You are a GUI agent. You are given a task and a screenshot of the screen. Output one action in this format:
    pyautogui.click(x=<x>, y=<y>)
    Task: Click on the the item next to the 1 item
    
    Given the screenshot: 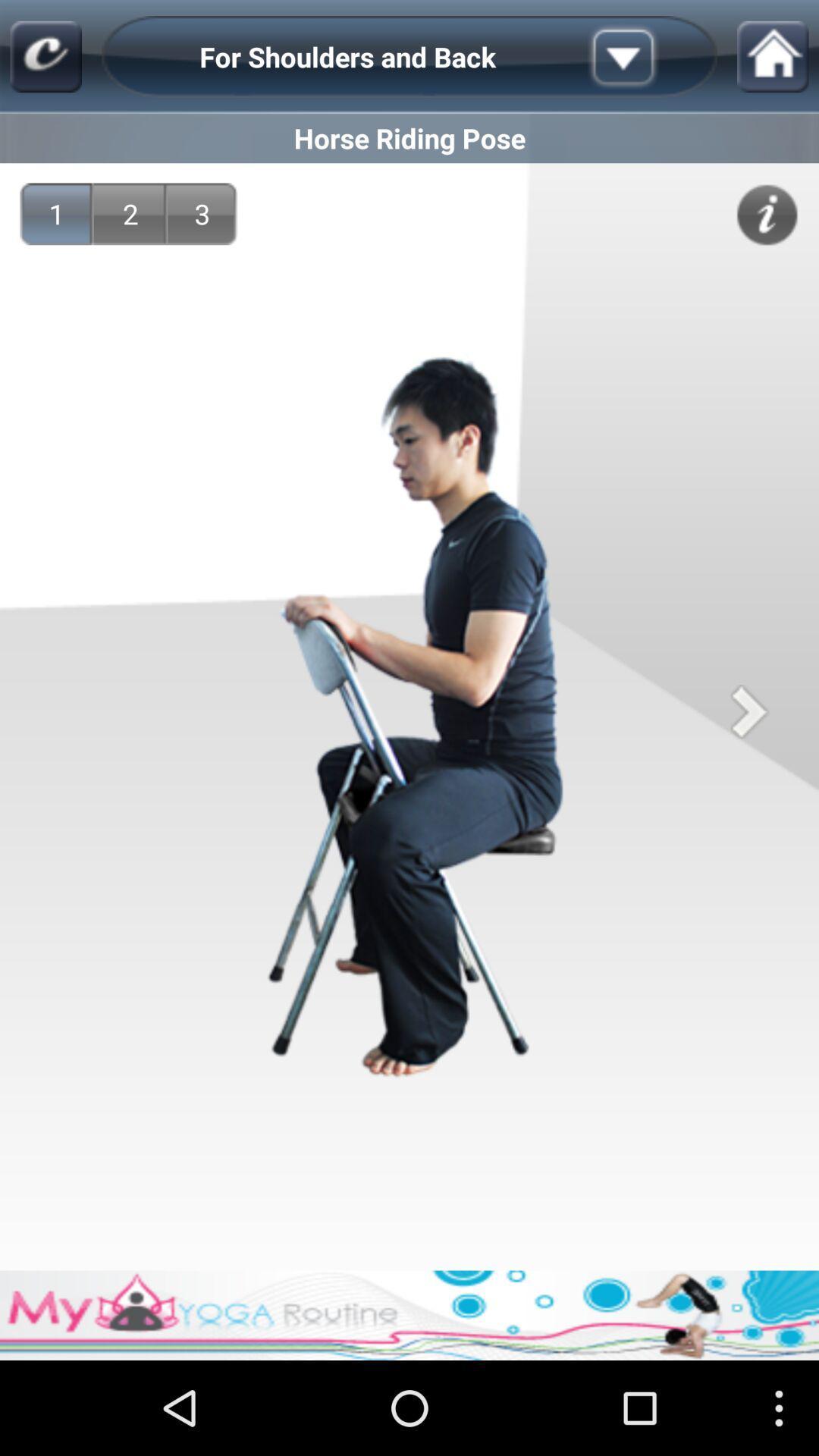 What is the action you would take?
    pyautogui.click(x=130, y=213)
    